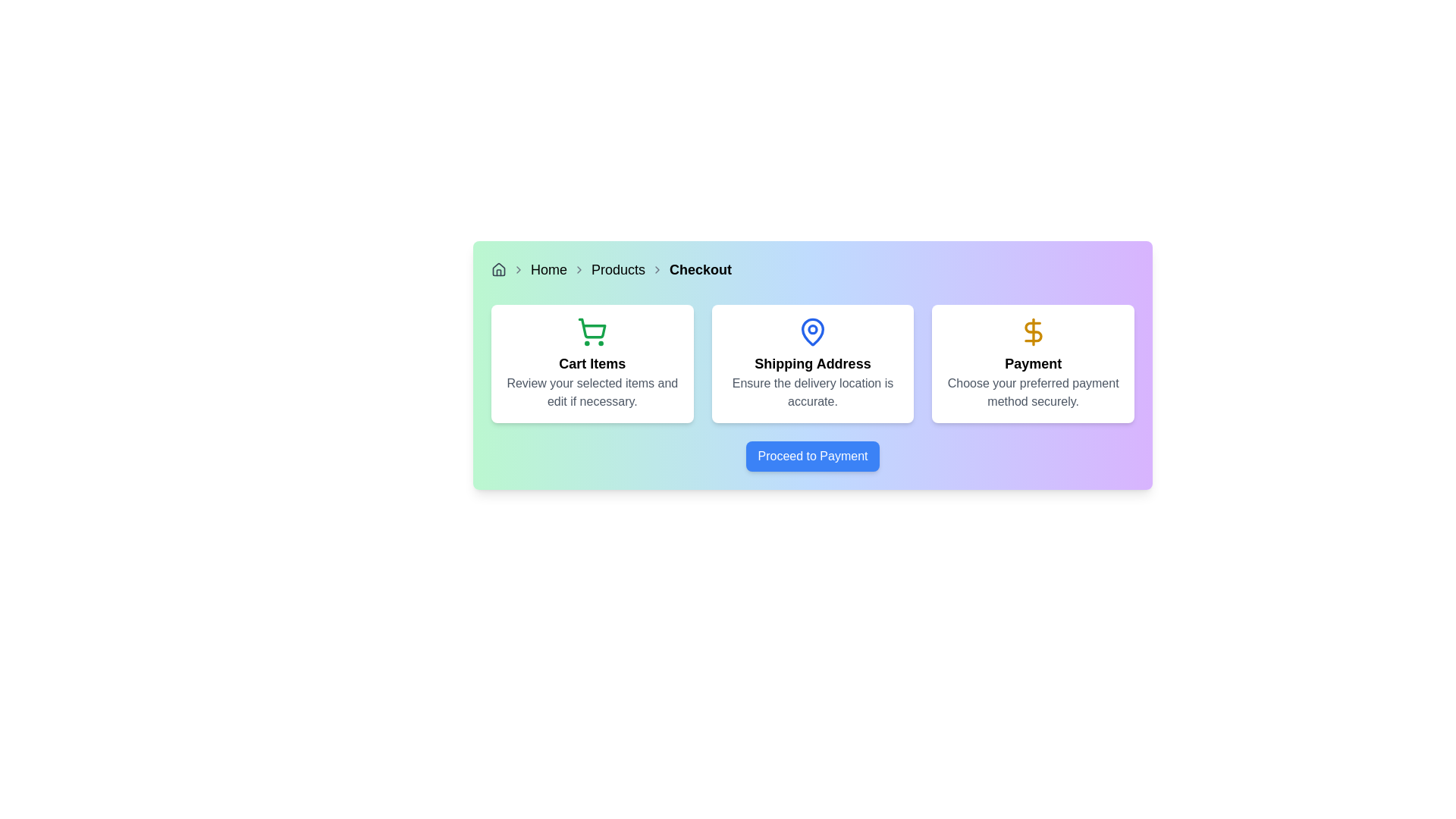 The image size is (1456, 819). What do you see at coordinates (1032, 331) in the screenshot?
I see `the yellow dollar sign icon, which is centered at the top of the rightmost card in a three-card layout, adjacent to a bold 'Payment' title and descriptive text` at bounding box center [1032, 331].